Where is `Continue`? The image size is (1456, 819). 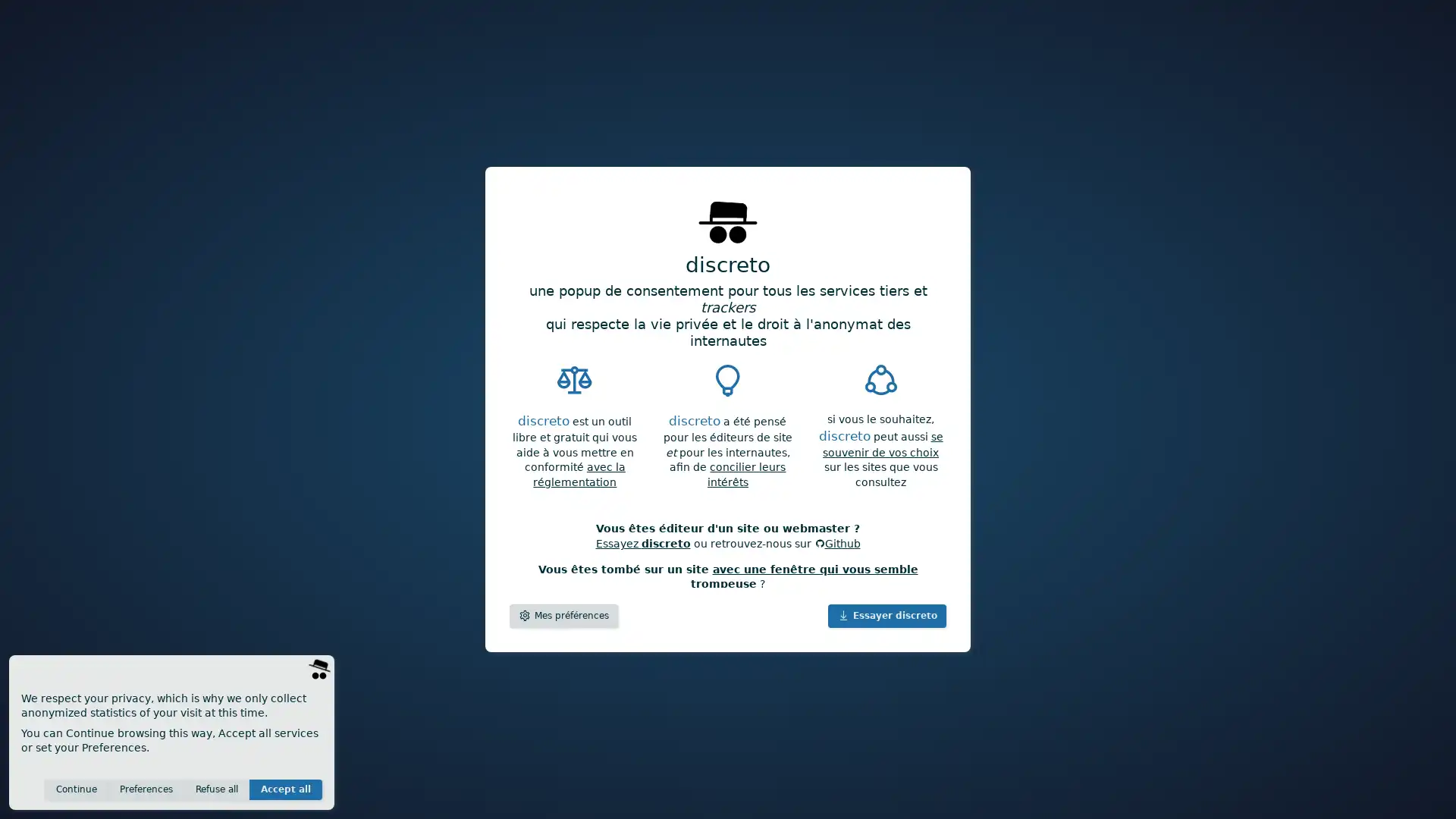
Continue is located at coordinates (75, 789).